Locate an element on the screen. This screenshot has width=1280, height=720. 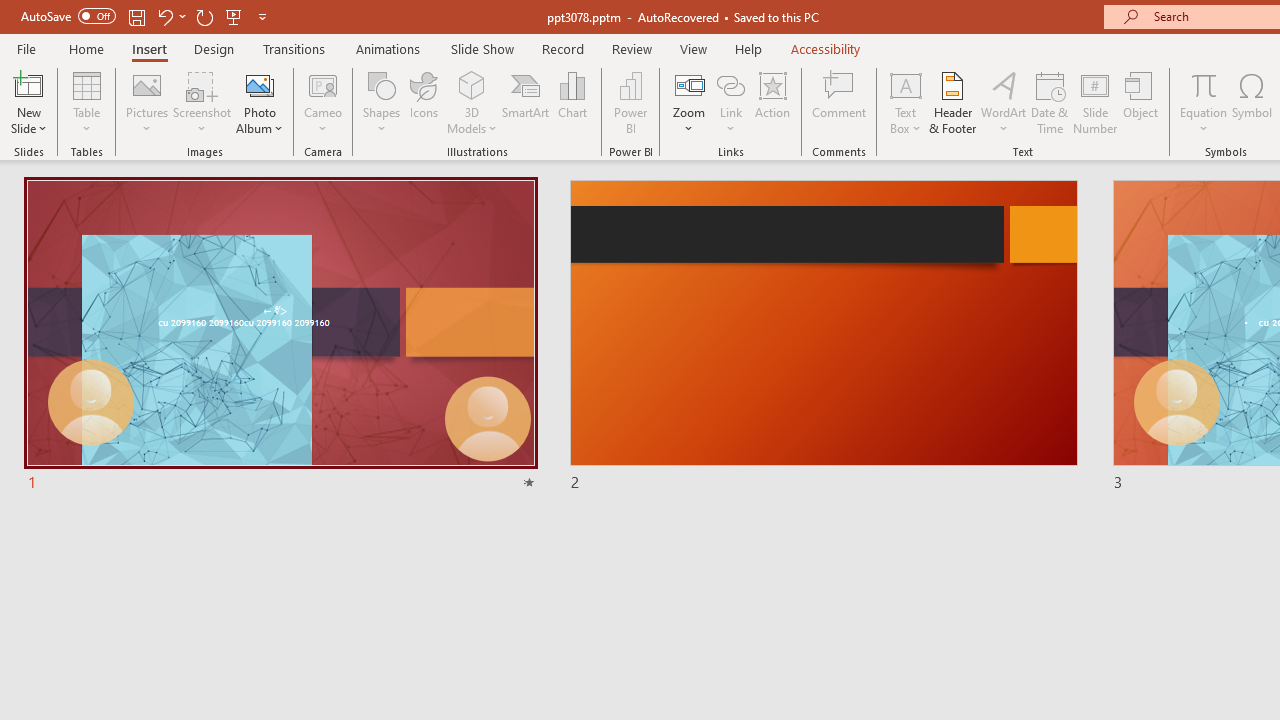
'Header & Footer...' is located at coordinates (951, 103).